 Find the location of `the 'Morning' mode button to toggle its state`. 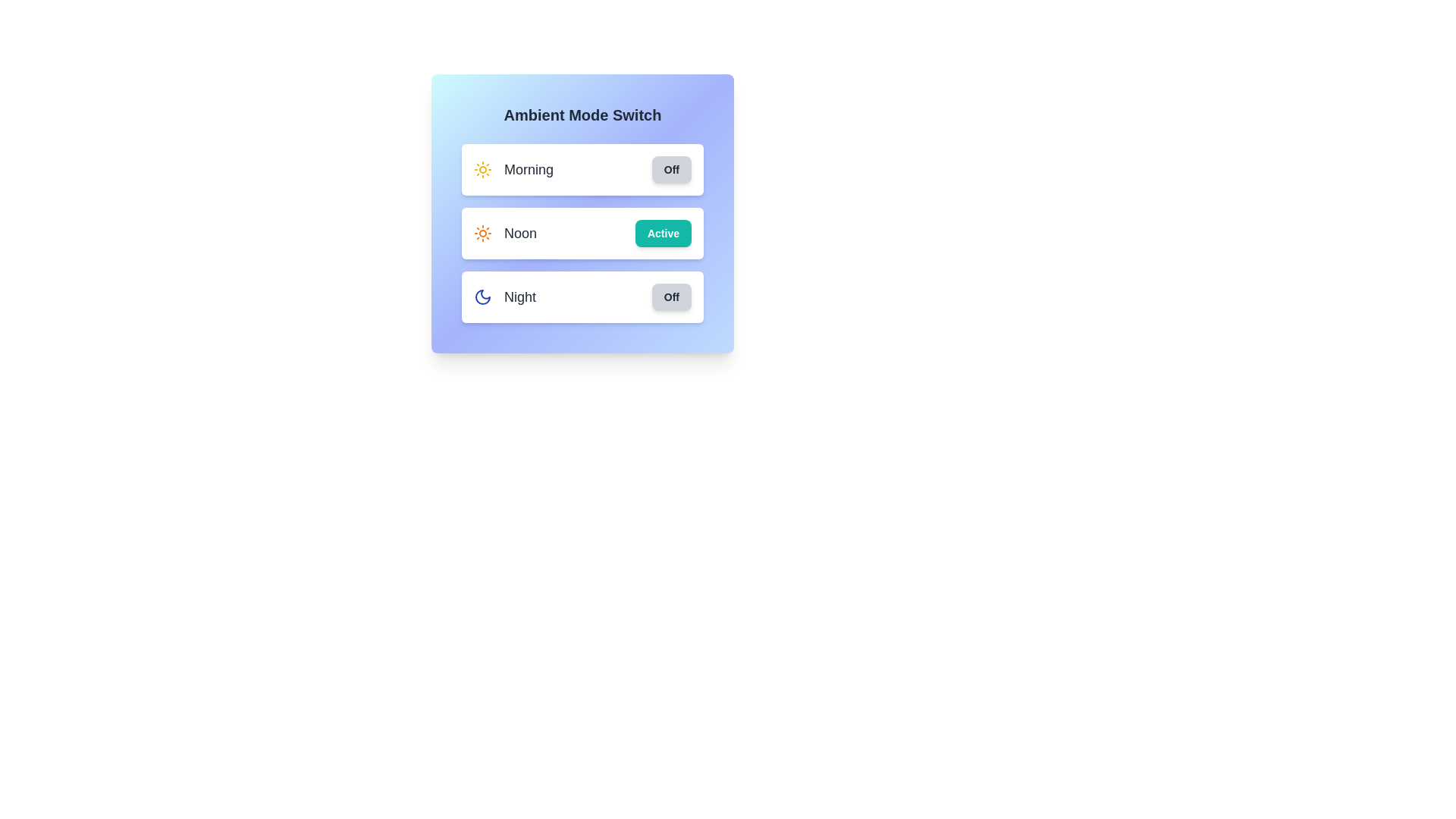

the 'Morning' mode button to toggle its state is located at coordinates (482, 169).